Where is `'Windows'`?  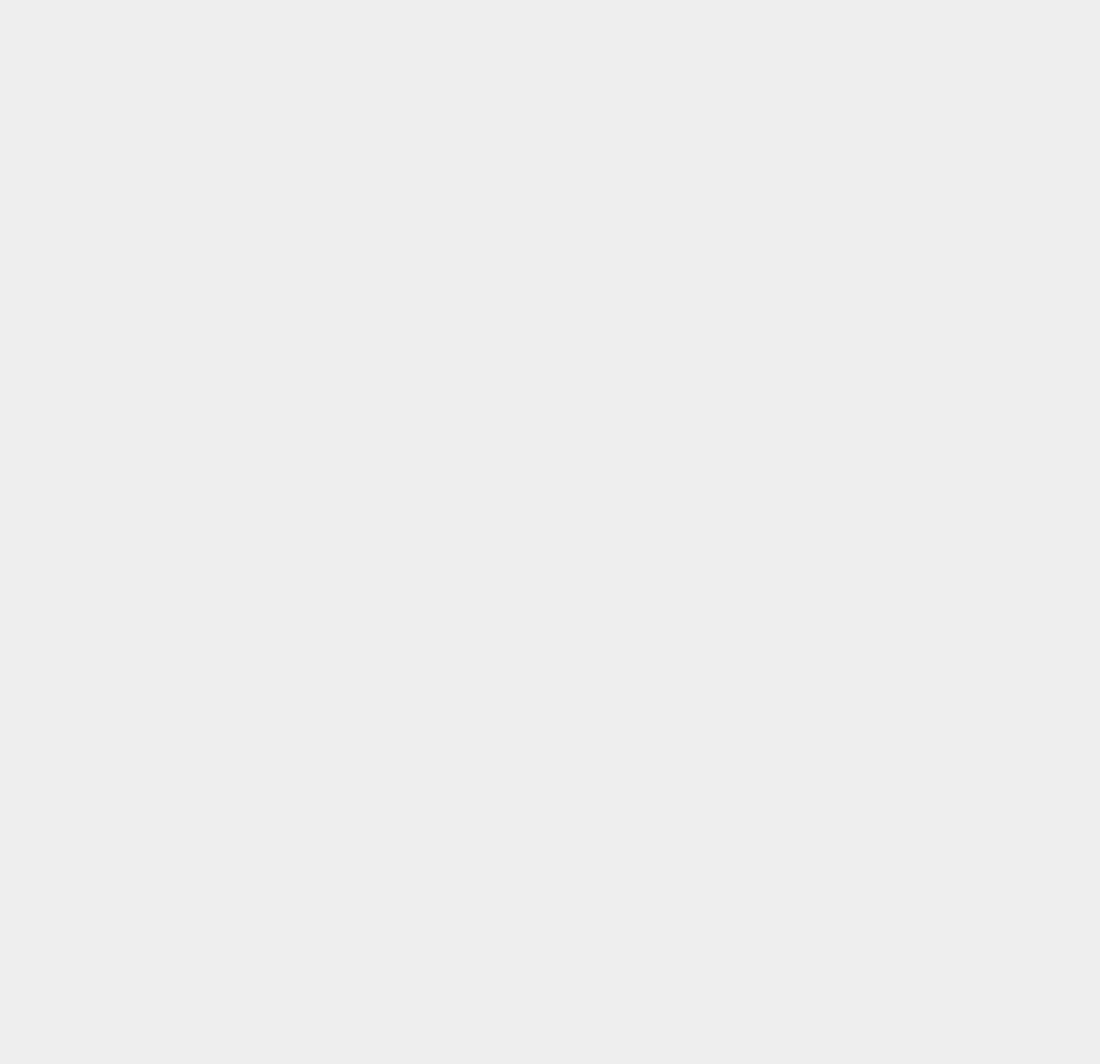 'Windows' is located at coordinates (806, 1047).